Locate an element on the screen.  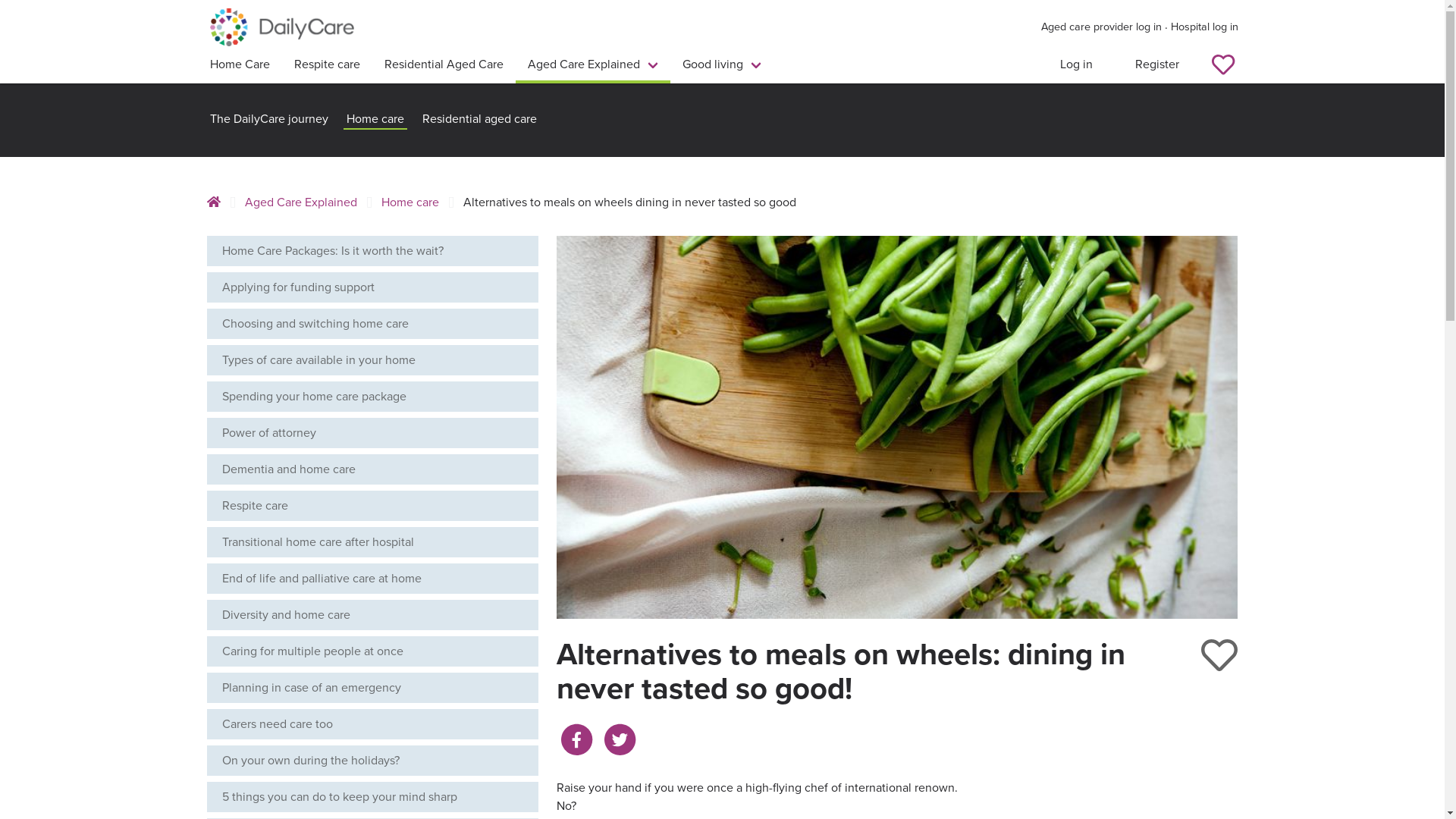
'Home Care' is located at coordinates (238, 65).